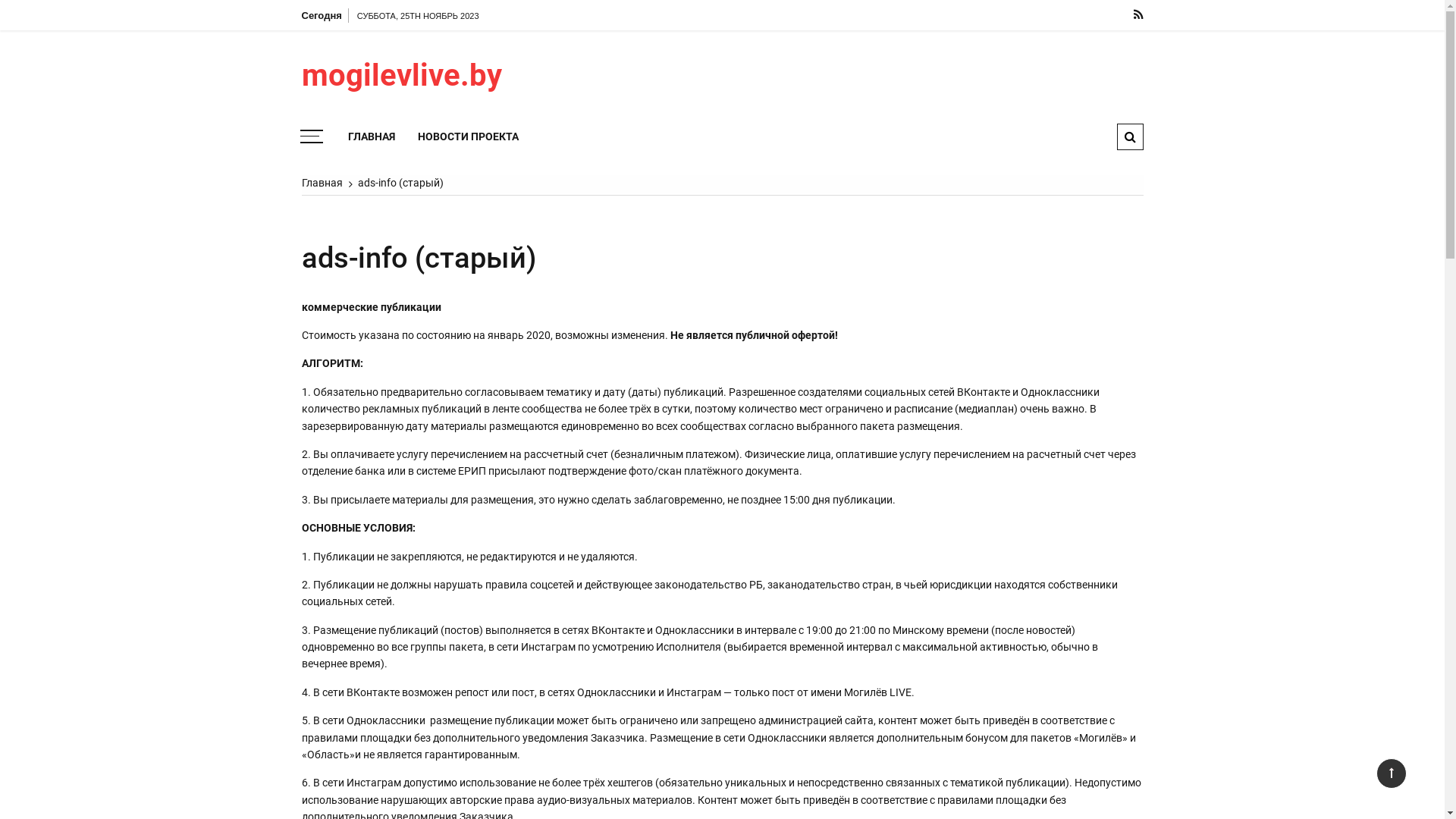 The height and width of the screenshot is (819, 1456). Describe the element at coordinates (433, 76) in the screenshot. I see `'mogilevlive.by'` at that location.